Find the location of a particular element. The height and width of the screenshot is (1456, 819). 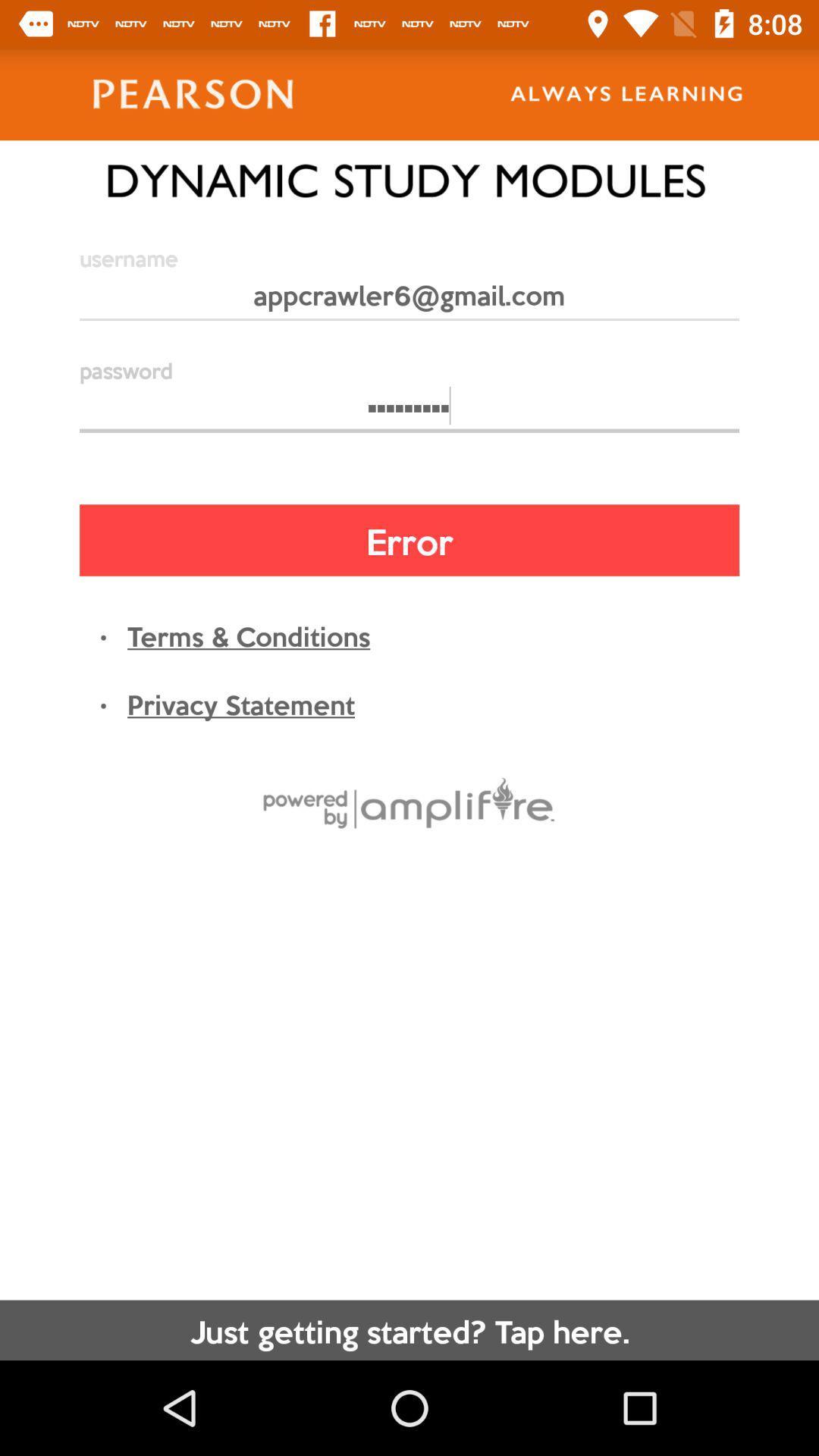

the error item is located at coordinates (409, 540).